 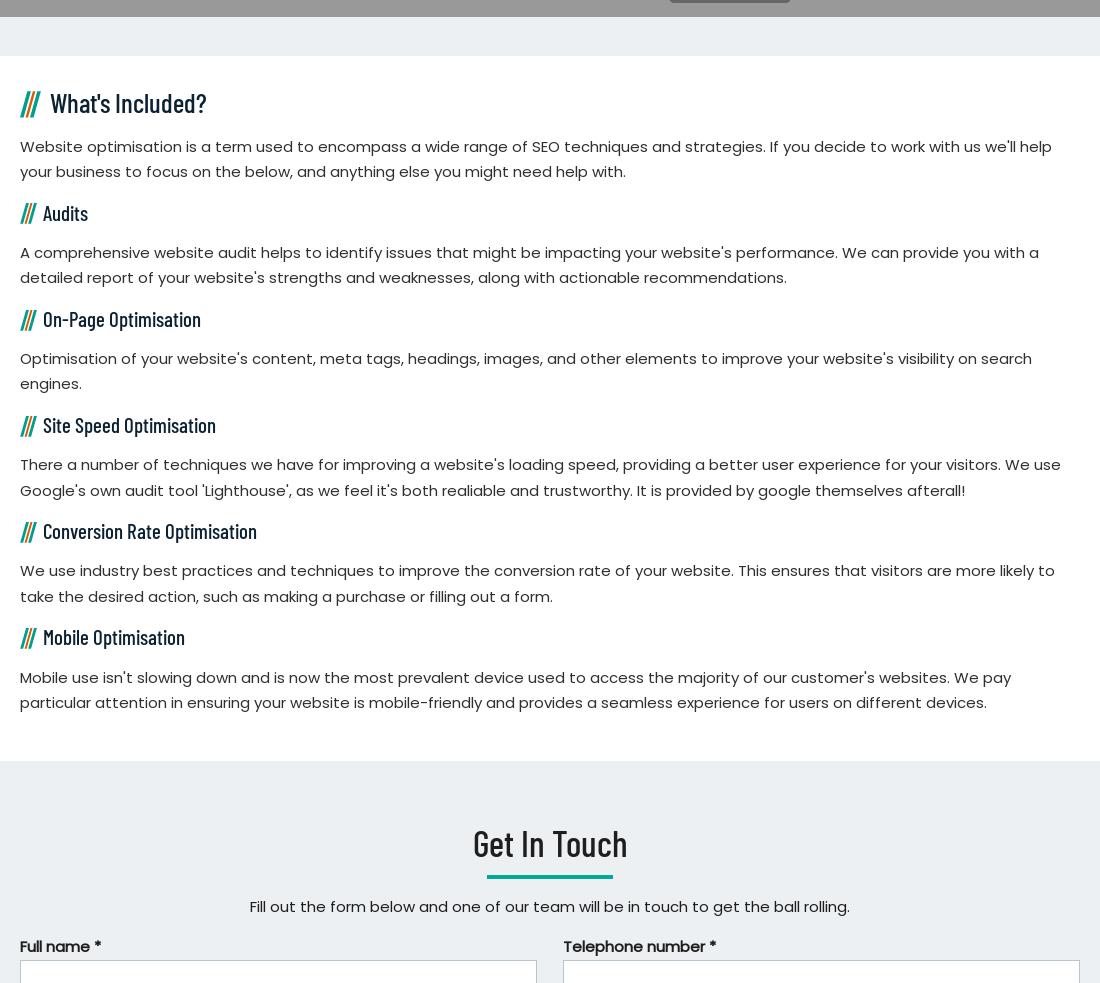 I want to click on 'Website optimisation is a term used to encompass a wide range of SEO techniques and strategies. If you decide to work with us we'll help your business to focus on the below, and anything else you might need help with.', so click(x=536, y=157).